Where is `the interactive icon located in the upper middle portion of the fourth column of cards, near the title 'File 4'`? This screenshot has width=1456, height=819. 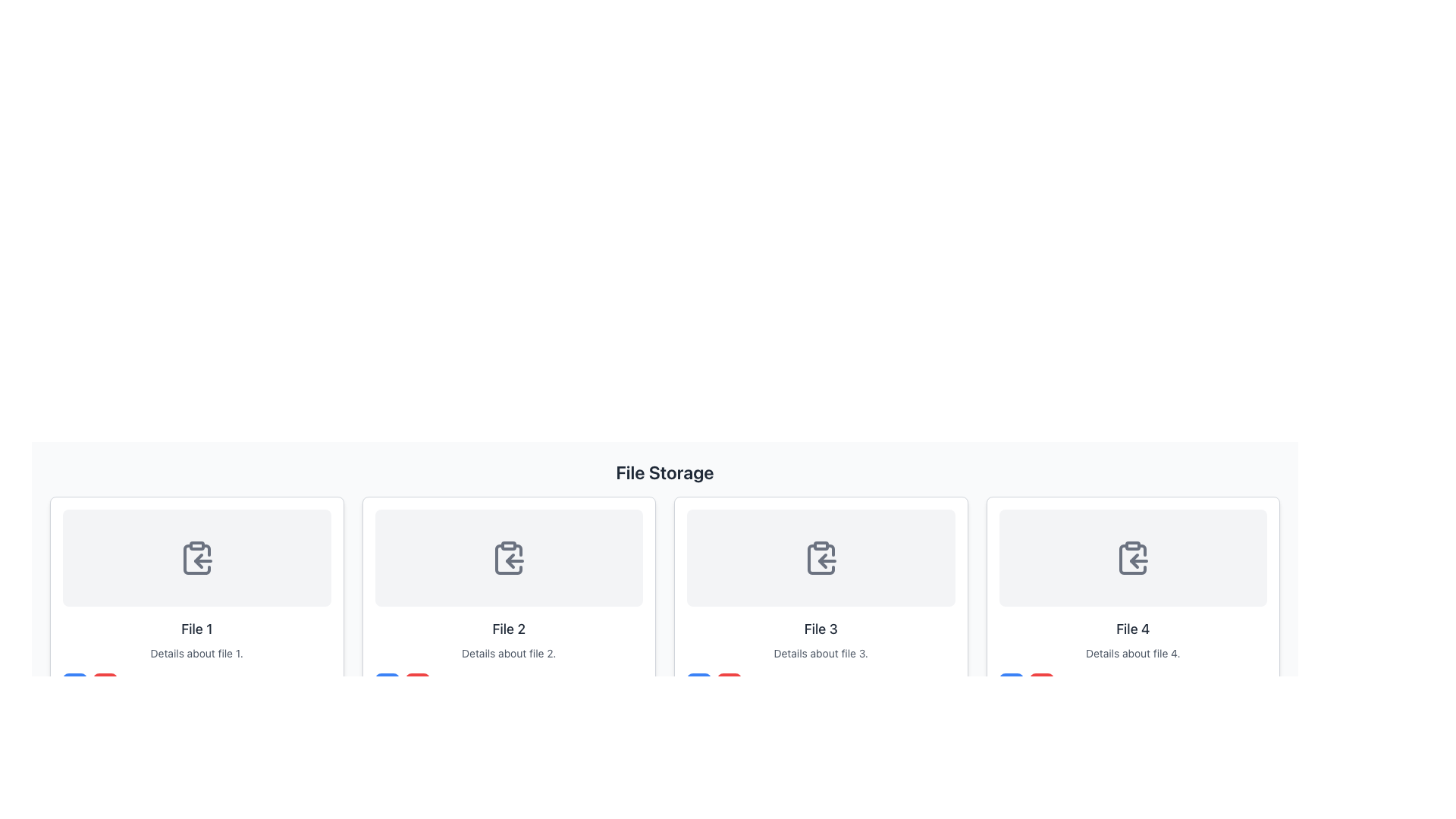
the interactive icon located in the upper middle portion of the fourth column of cards, near the title 'File 4' is located at coordinates (1132, 559).